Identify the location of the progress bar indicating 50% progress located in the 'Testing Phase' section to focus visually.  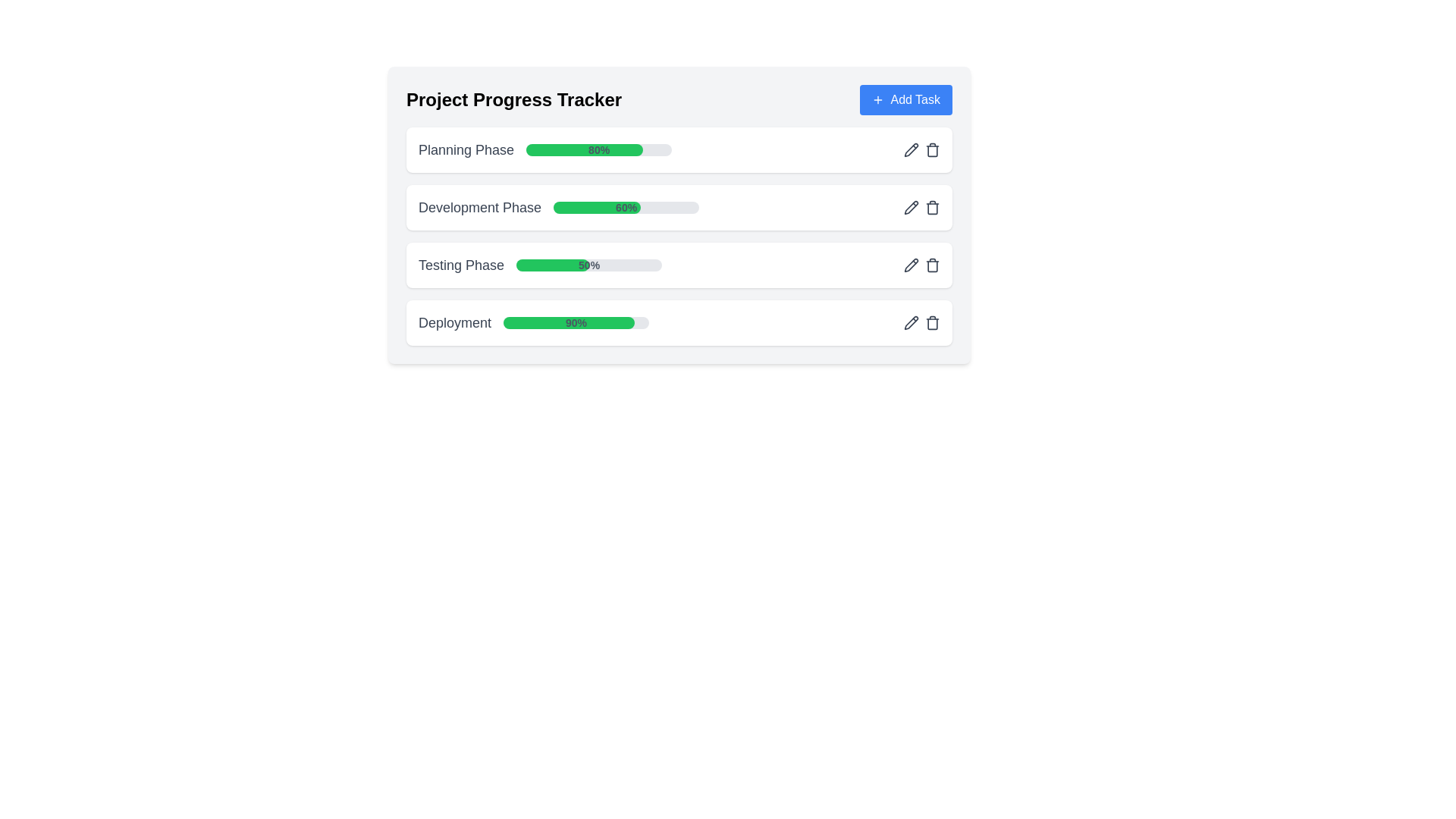
(588, 265).